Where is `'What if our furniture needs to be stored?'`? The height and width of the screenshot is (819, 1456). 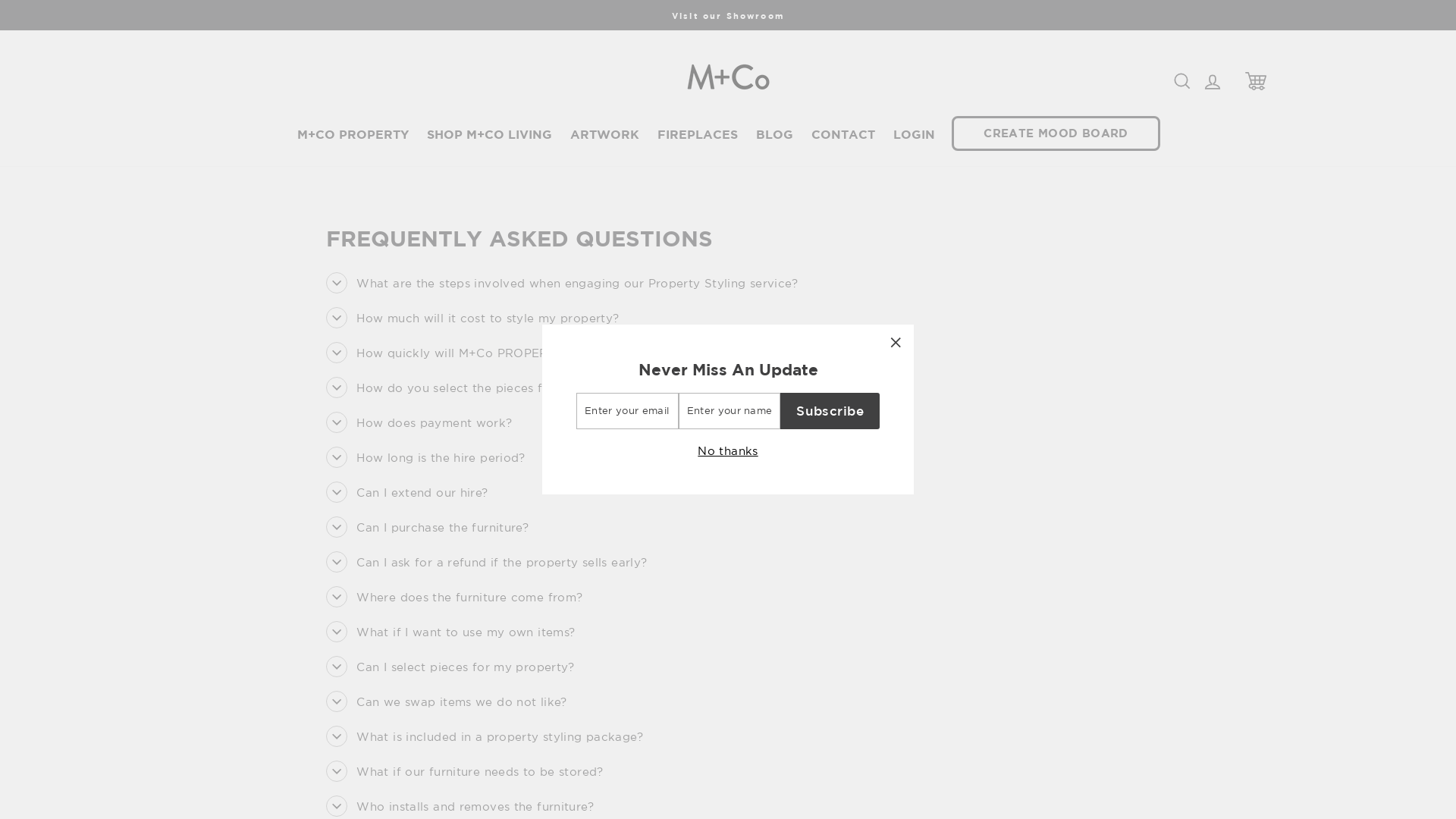 'What if our furniture needs to be stored?' is located at coordinates (463, 771).